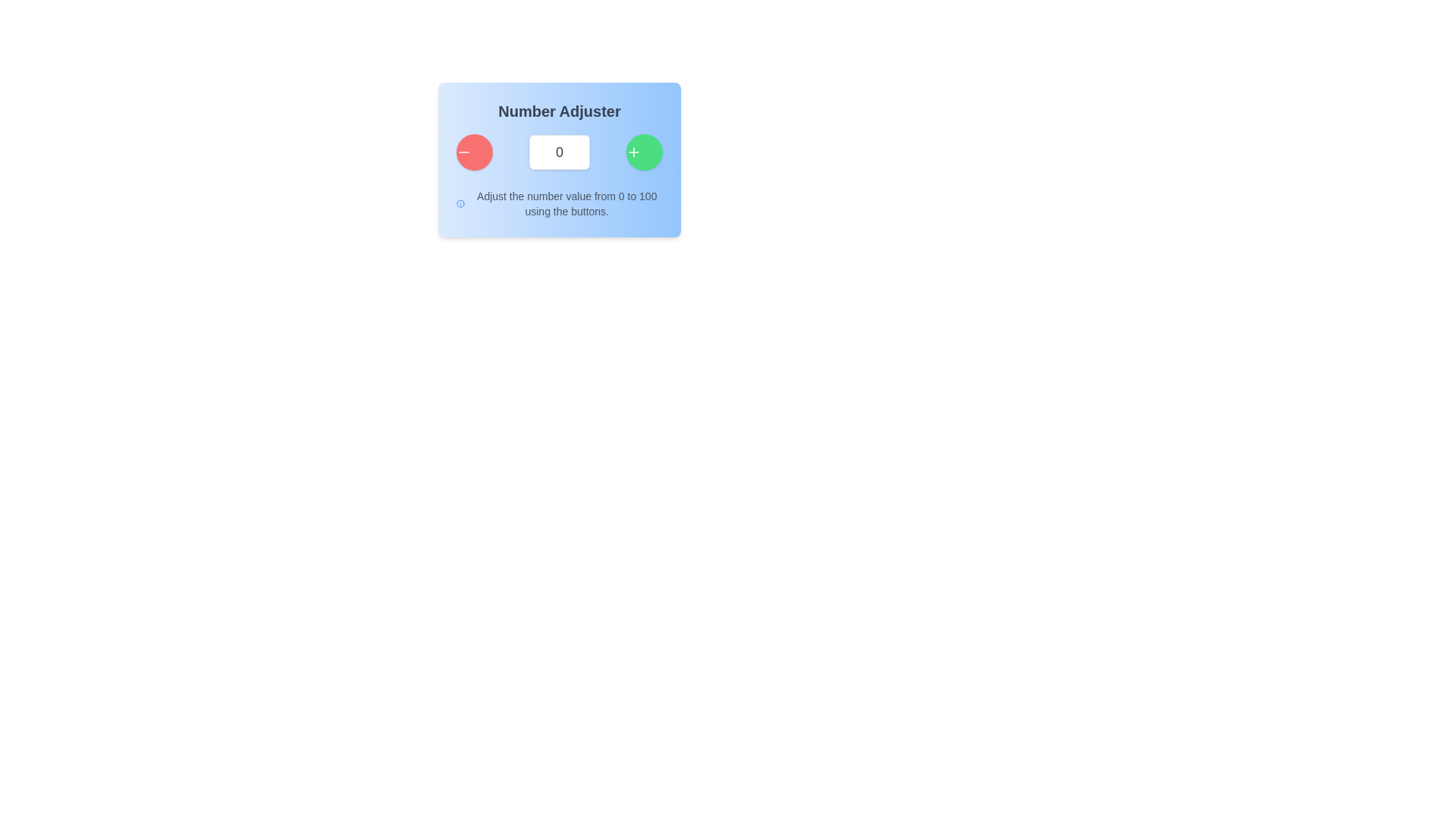 The height and width of the screenshot is (819, 1456). What do you see at coordinates (566, 203) in the screenshot?
I see `the static text label that reads 'Adjust the number value from 0 to 100 using the buttons', which is a small-sized gray text centered below the increment and decrement buttons` at bounding box center [566, 203].